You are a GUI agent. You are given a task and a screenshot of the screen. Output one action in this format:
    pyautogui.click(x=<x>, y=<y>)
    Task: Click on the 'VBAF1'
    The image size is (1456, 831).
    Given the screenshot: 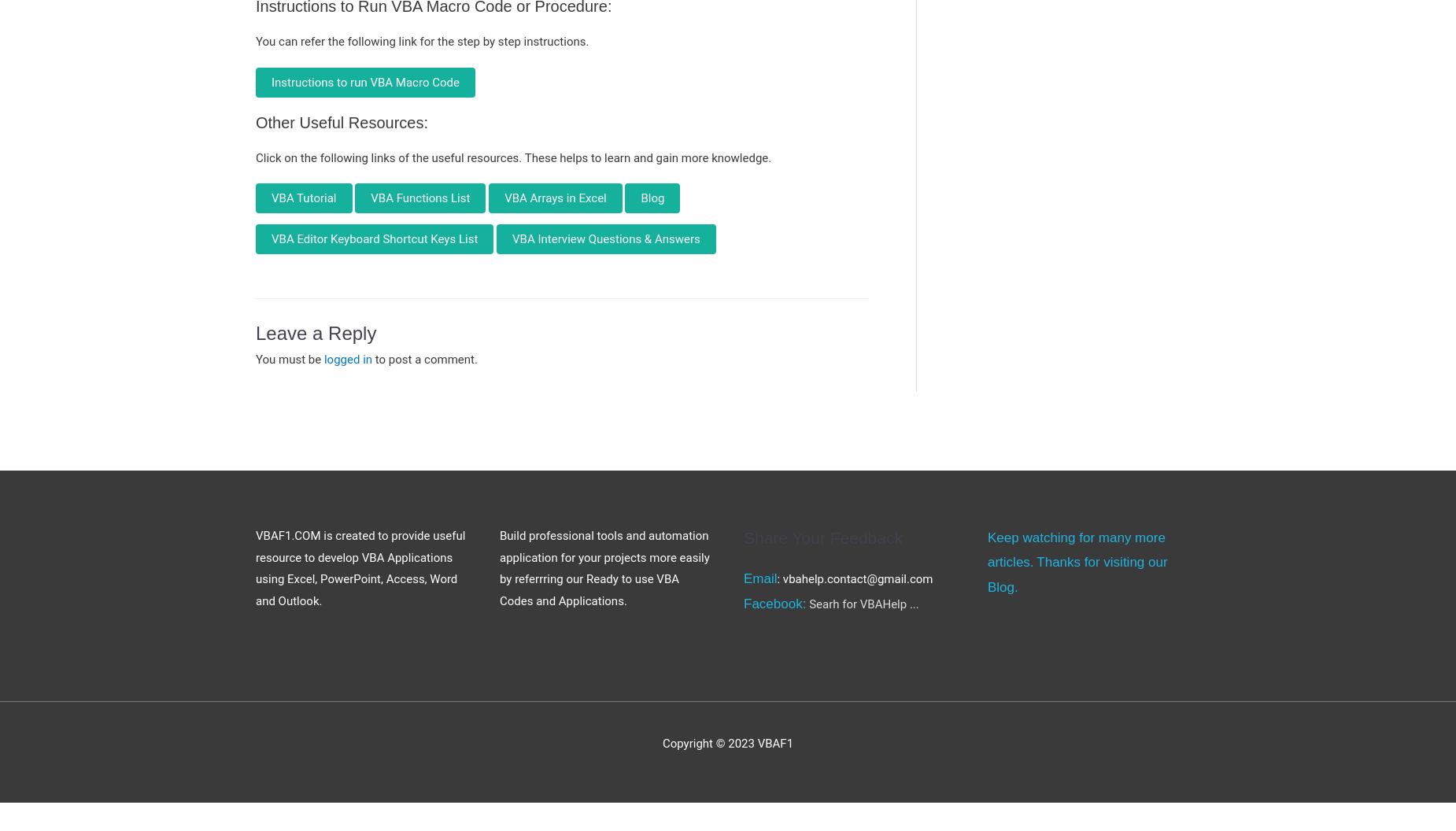 What is the action you would take?
    pyautogui.click(x=774, y=744)
    